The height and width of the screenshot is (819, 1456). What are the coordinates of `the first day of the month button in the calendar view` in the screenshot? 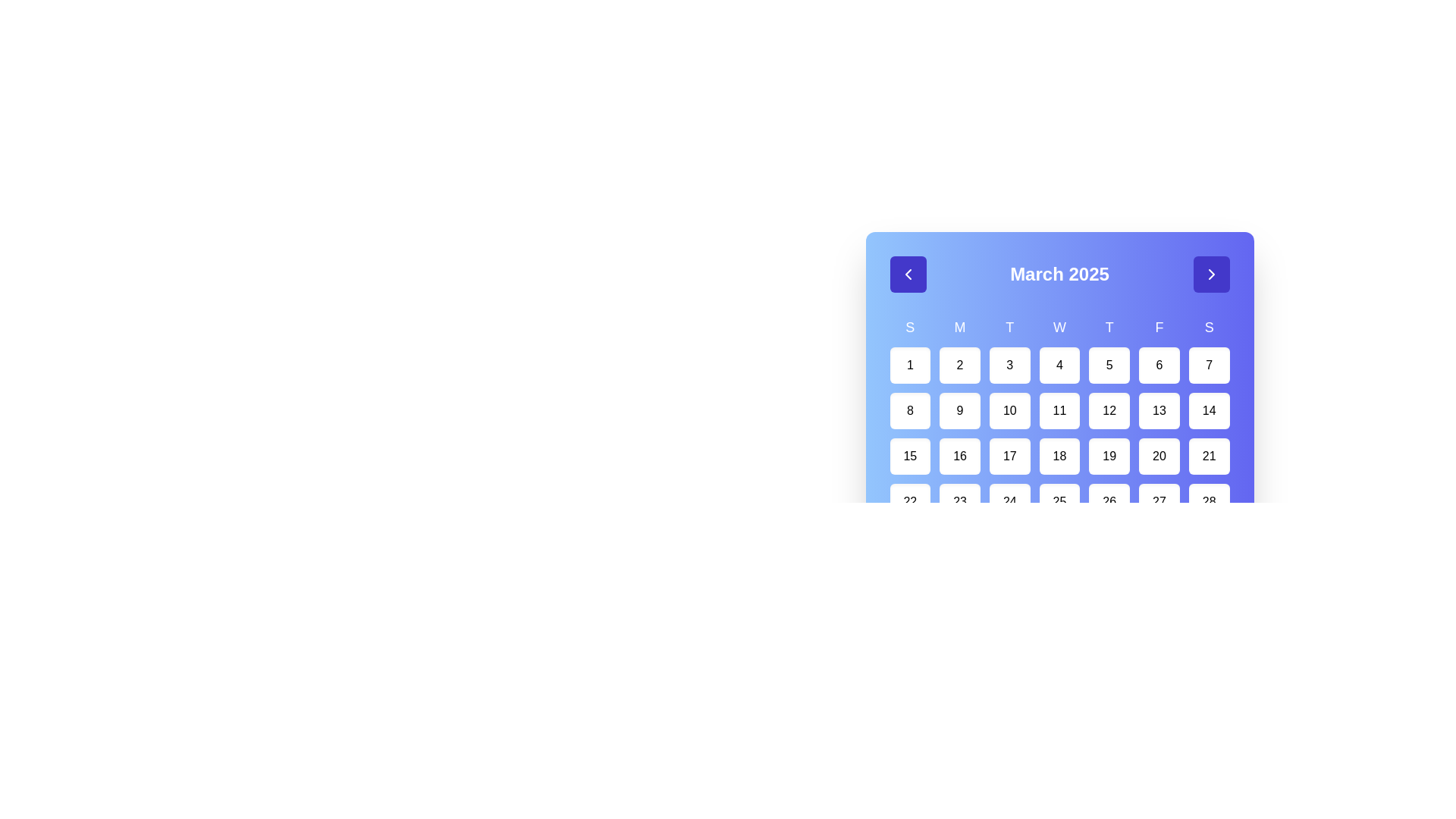 It's located at (910, 366).